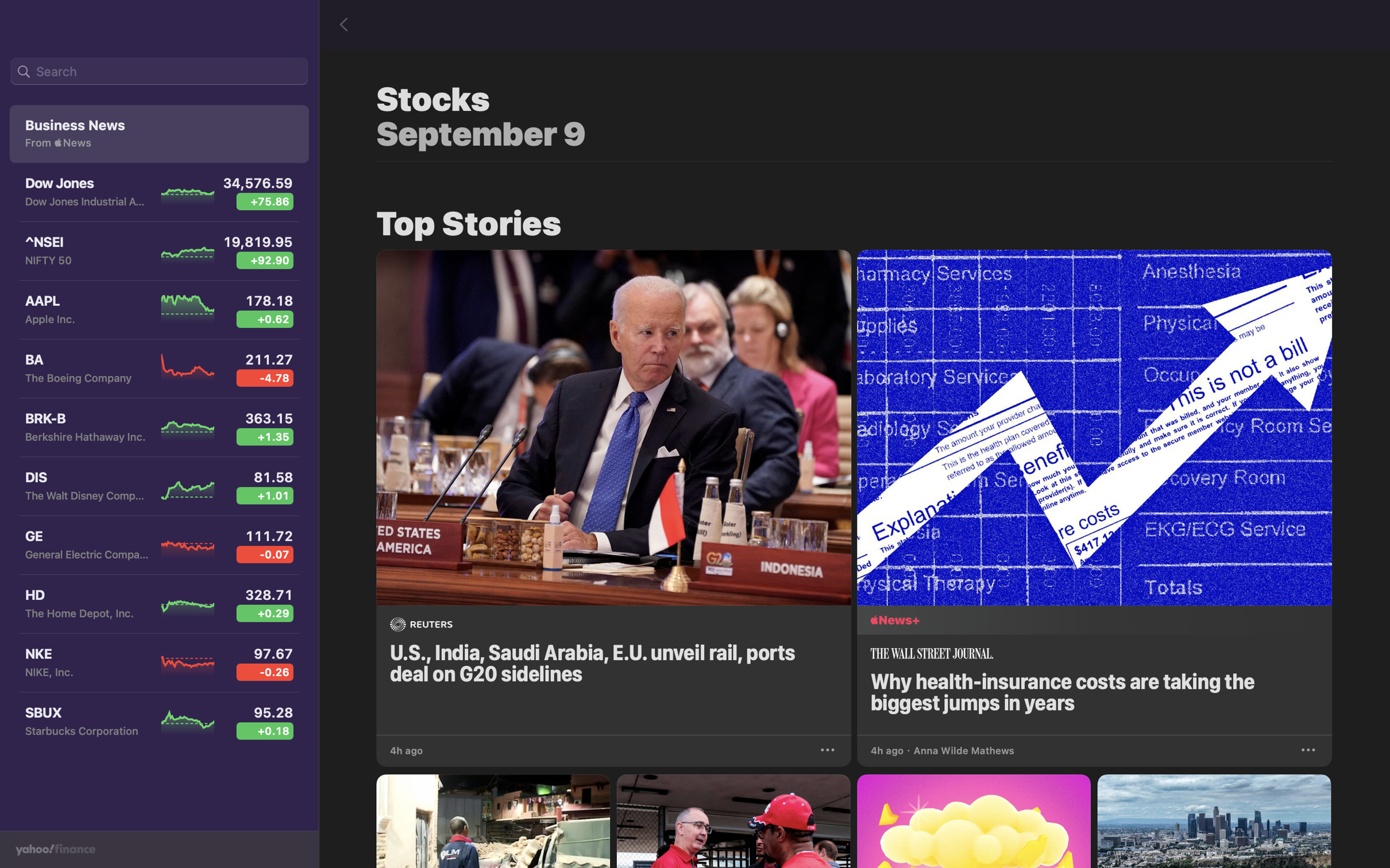 The image size is (1390, 868). I want to click on Activate the G20 news visible on your screen, so click(613, 489).